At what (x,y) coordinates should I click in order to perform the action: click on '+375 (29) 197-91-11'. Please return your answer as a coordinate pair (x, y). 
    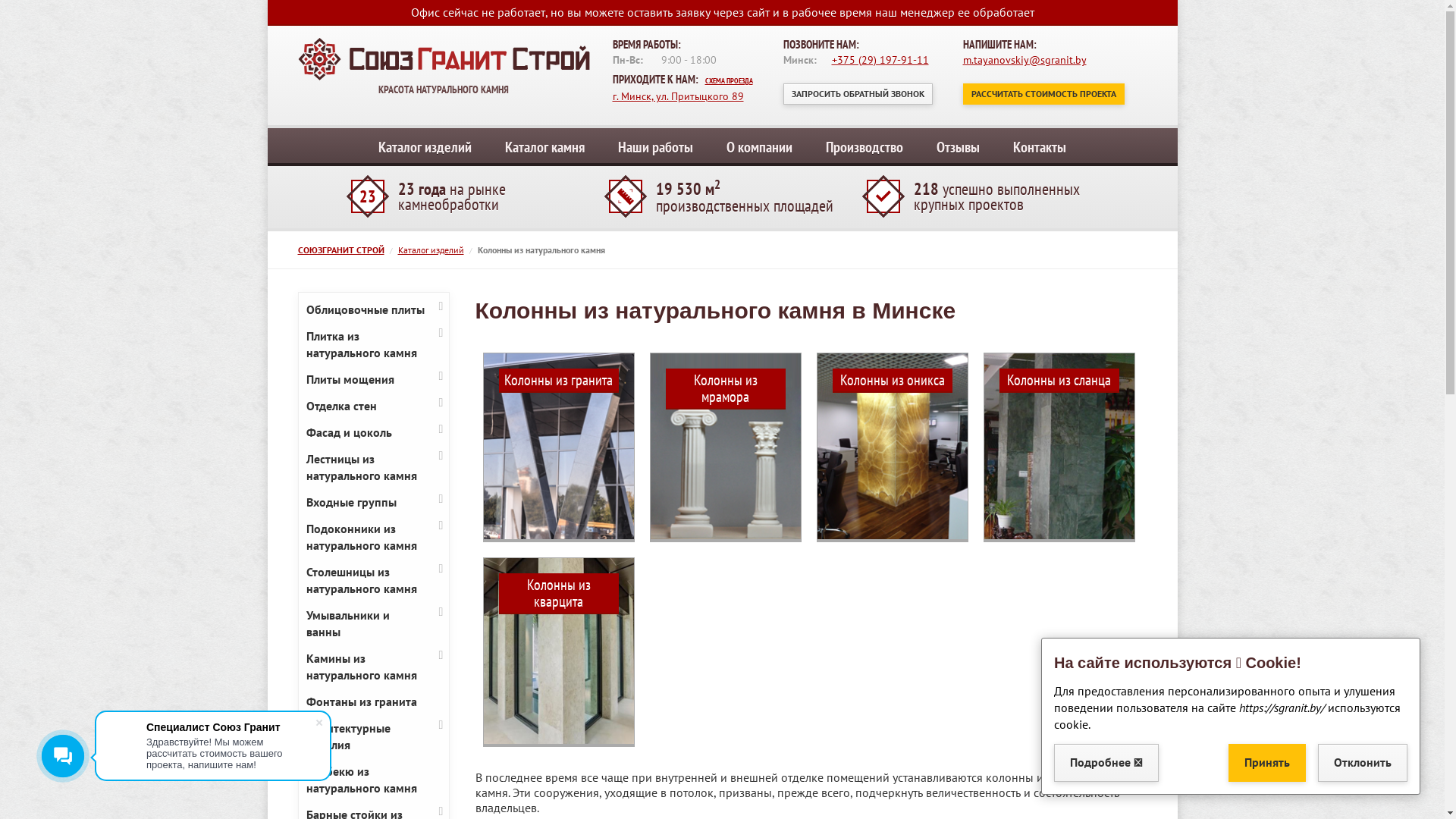
    Looking at the image, I should click on (880, 58).